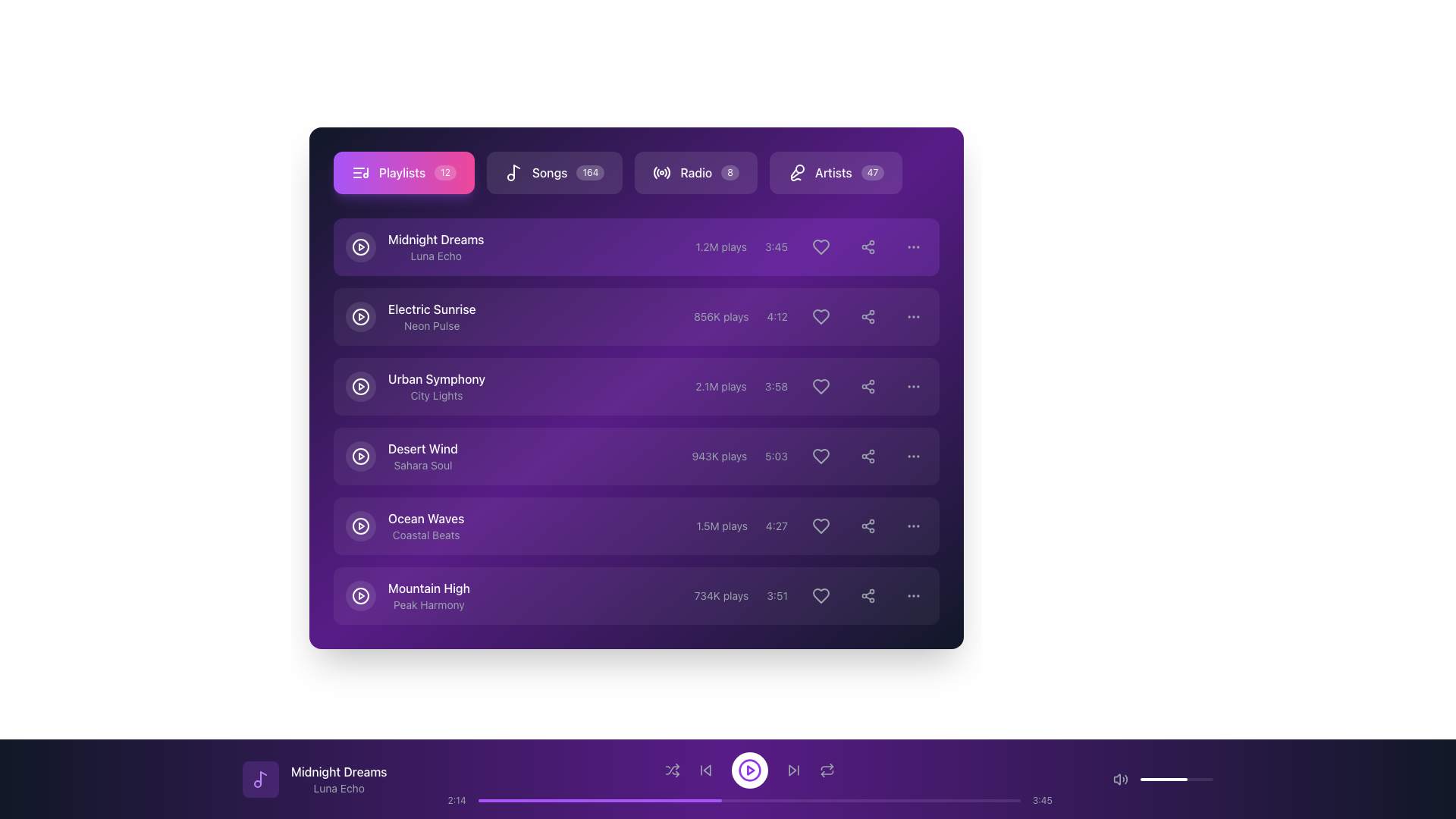 The height and width of the screenshot is (819, 1456). I want to click on the interactive list item representing the song 'Mountain High' by 'Peak Harmony', so click(636, 595).